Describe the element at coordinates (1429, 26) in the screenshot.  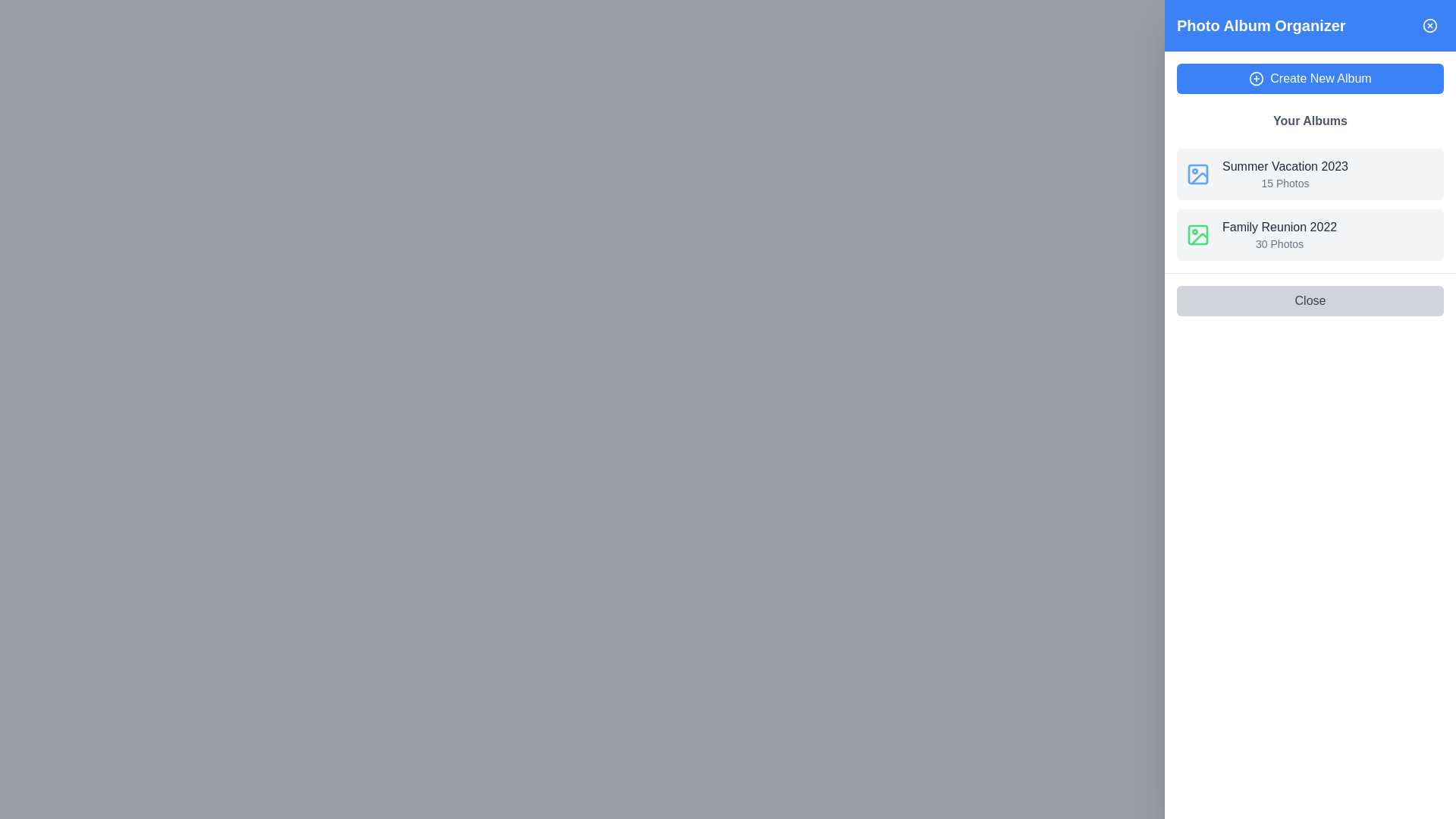
I see `the close icon button, which is a small round icon with a white circle outline enclosing an 'X', located in the top-right corner of the blue header bar labeled 'Photo Album Organizer'` at that location.